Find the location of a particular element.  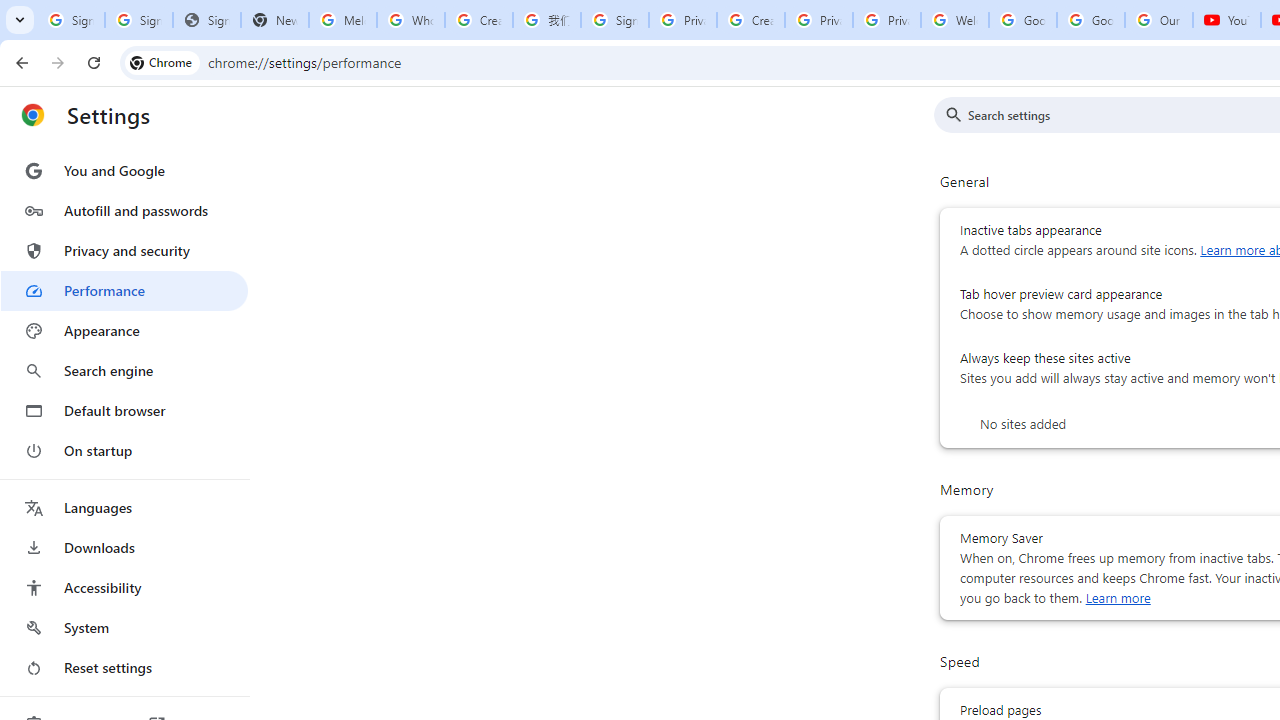

'Who is my administrator? - Google Account Help' is located at coordinates (410, 20).